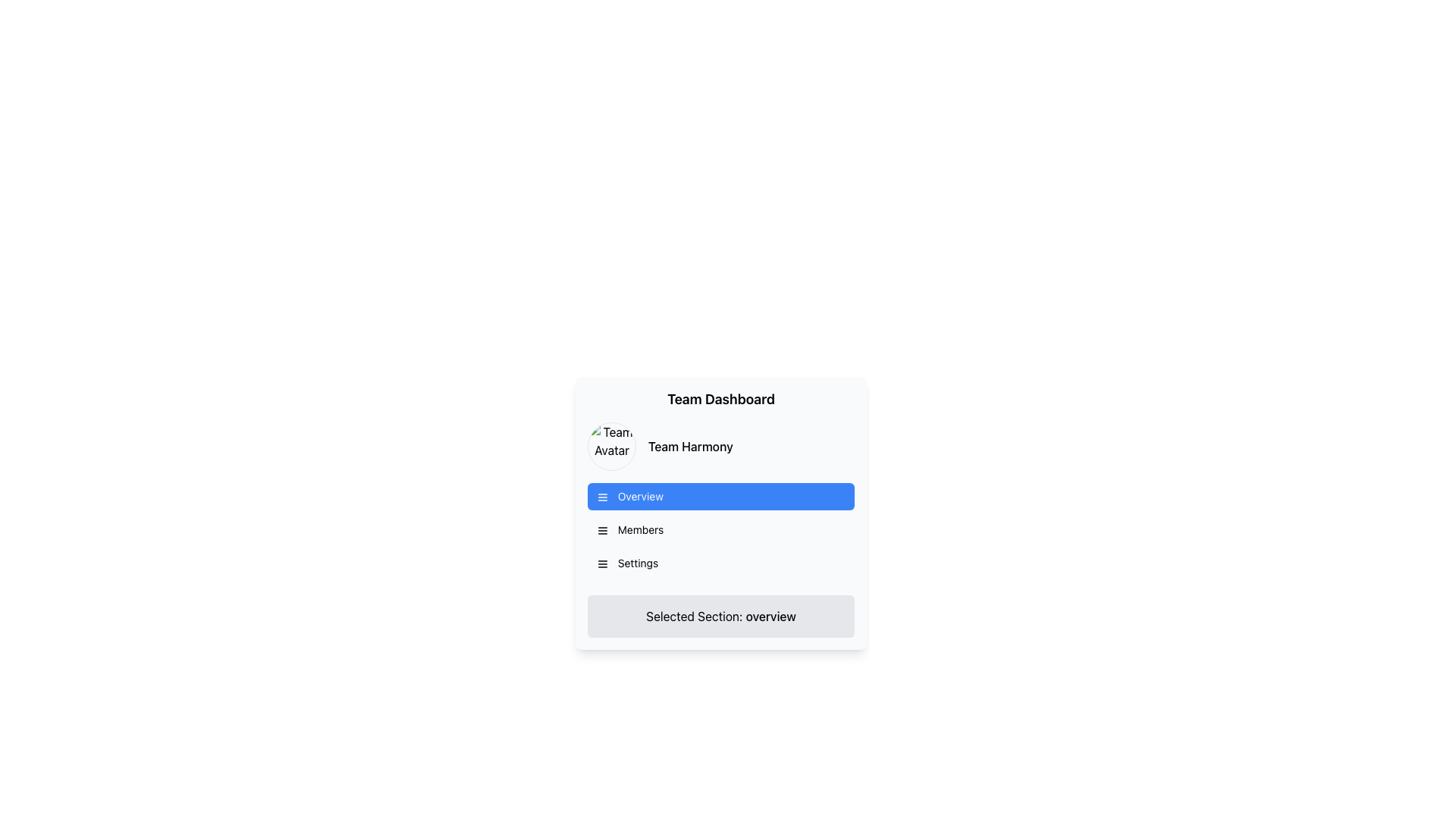  What do you see at coordinates (602, 529) in the screenshot?
I see `the icon located to the left of the 'Members' text label in the Team Dashboard menu` at bounding box center [602, 529].